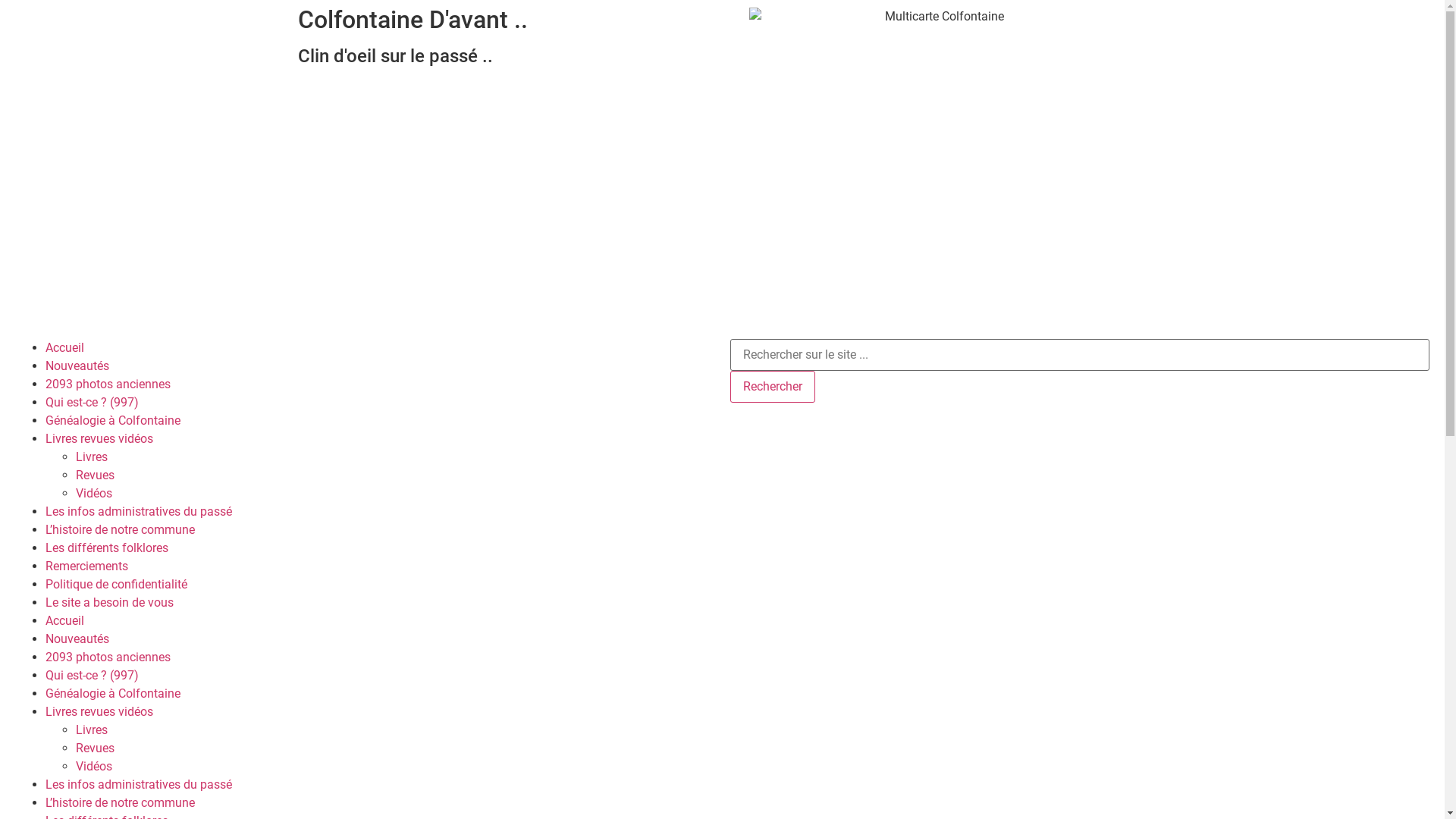 This screenshot has height=819, width=1456. Describe the element at coordinates (75, 729) in the screenshot. I see `'Livres'` at that location.